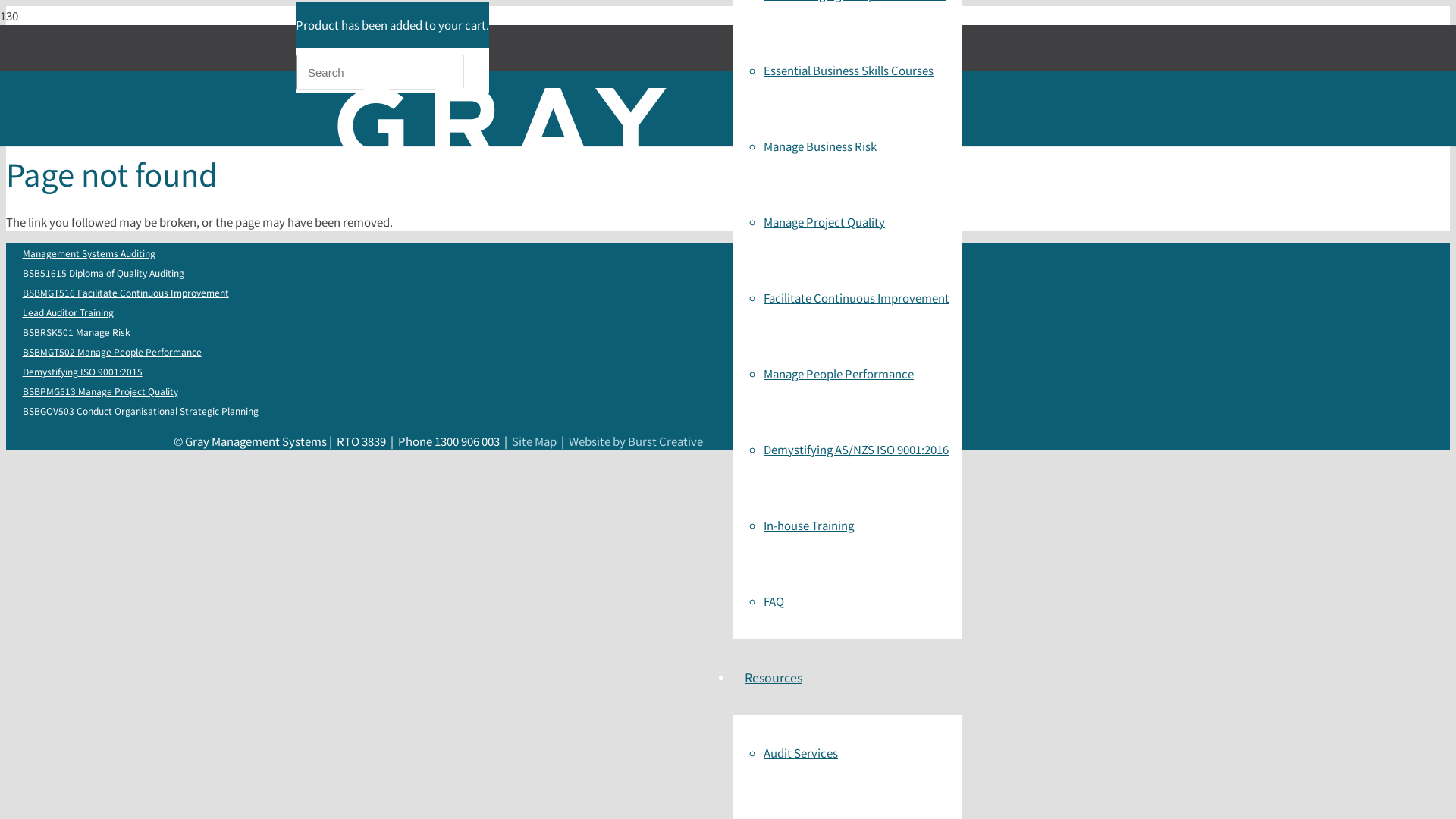 The height and width of the screenshot is (819, 1456). Describe the element at coordinates (87, 251) in the screenshot. I see `'Management Systems Auditing'` at that location.